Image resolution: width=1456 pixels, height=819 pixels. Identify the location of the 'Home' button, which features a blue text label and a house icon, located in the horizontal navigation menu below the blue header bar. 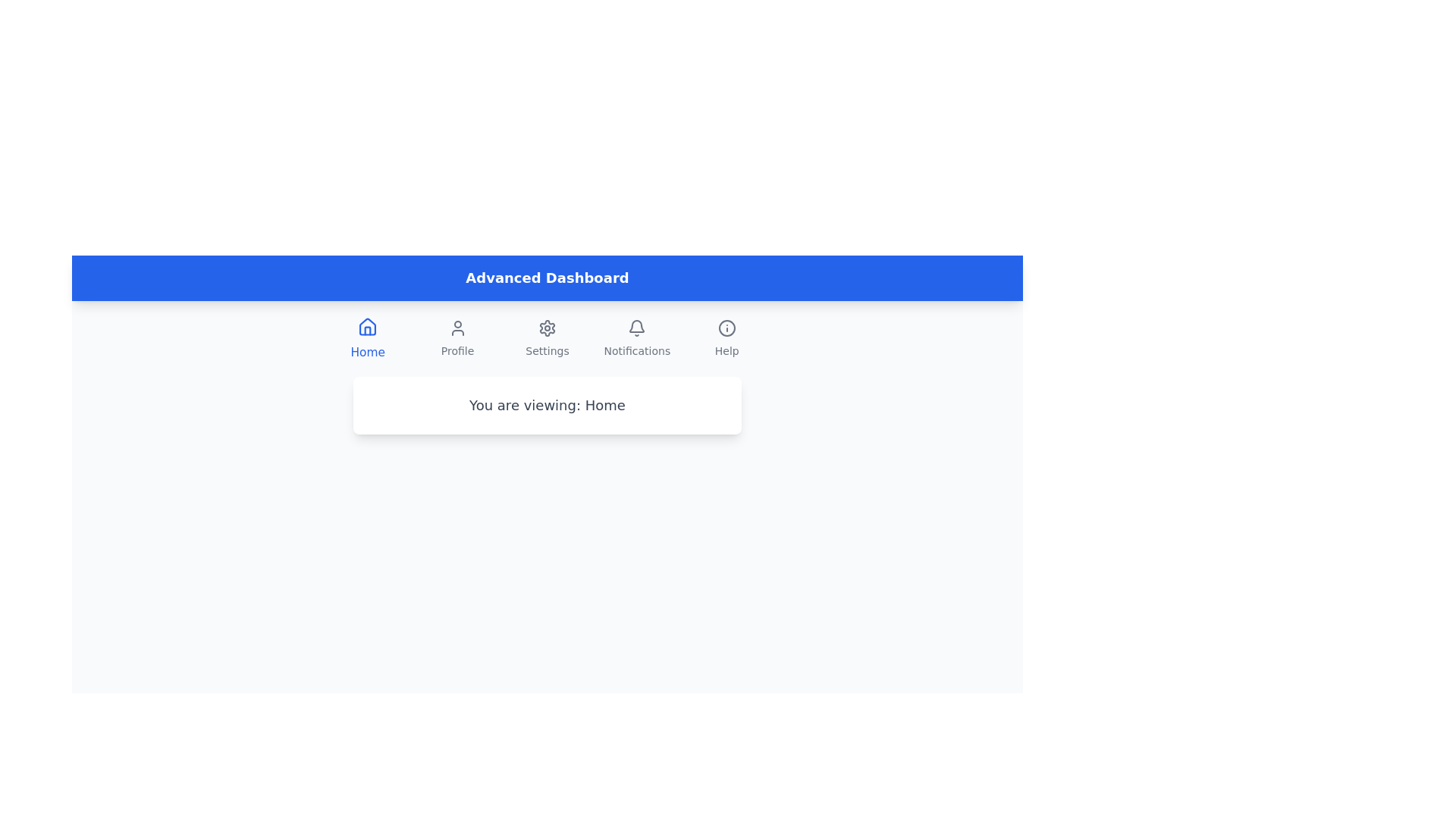
(368, 338).